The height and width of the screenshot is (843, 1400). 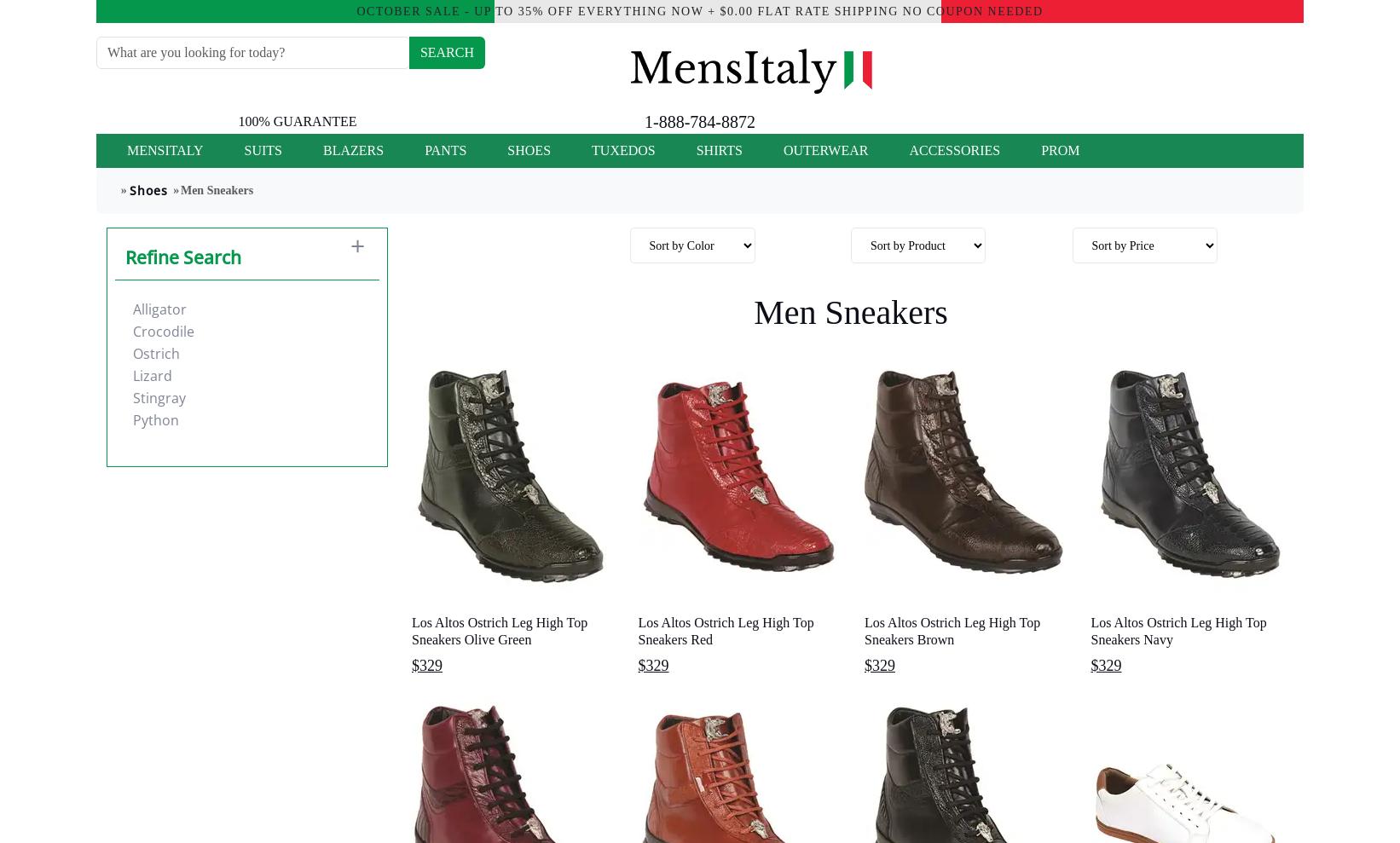 I want to click on 'Zapato para Hombre de Piel de Avestruz Completa Original Premium', so click(x=948, y=546).